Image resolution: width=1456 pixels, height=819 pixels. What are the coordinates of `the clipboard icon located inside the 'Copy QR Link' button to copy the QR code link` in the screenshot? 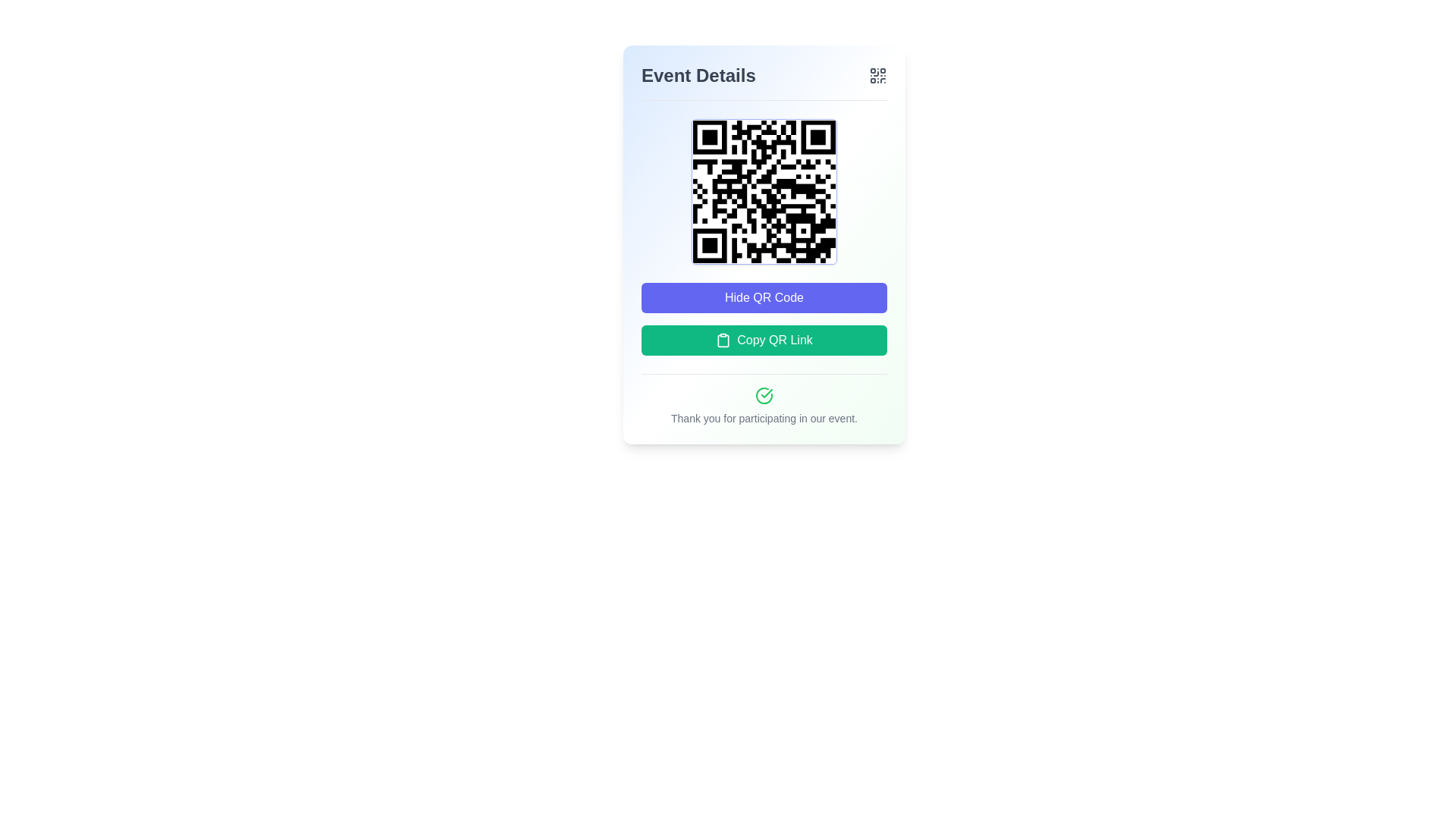 It's located at (723, 339).